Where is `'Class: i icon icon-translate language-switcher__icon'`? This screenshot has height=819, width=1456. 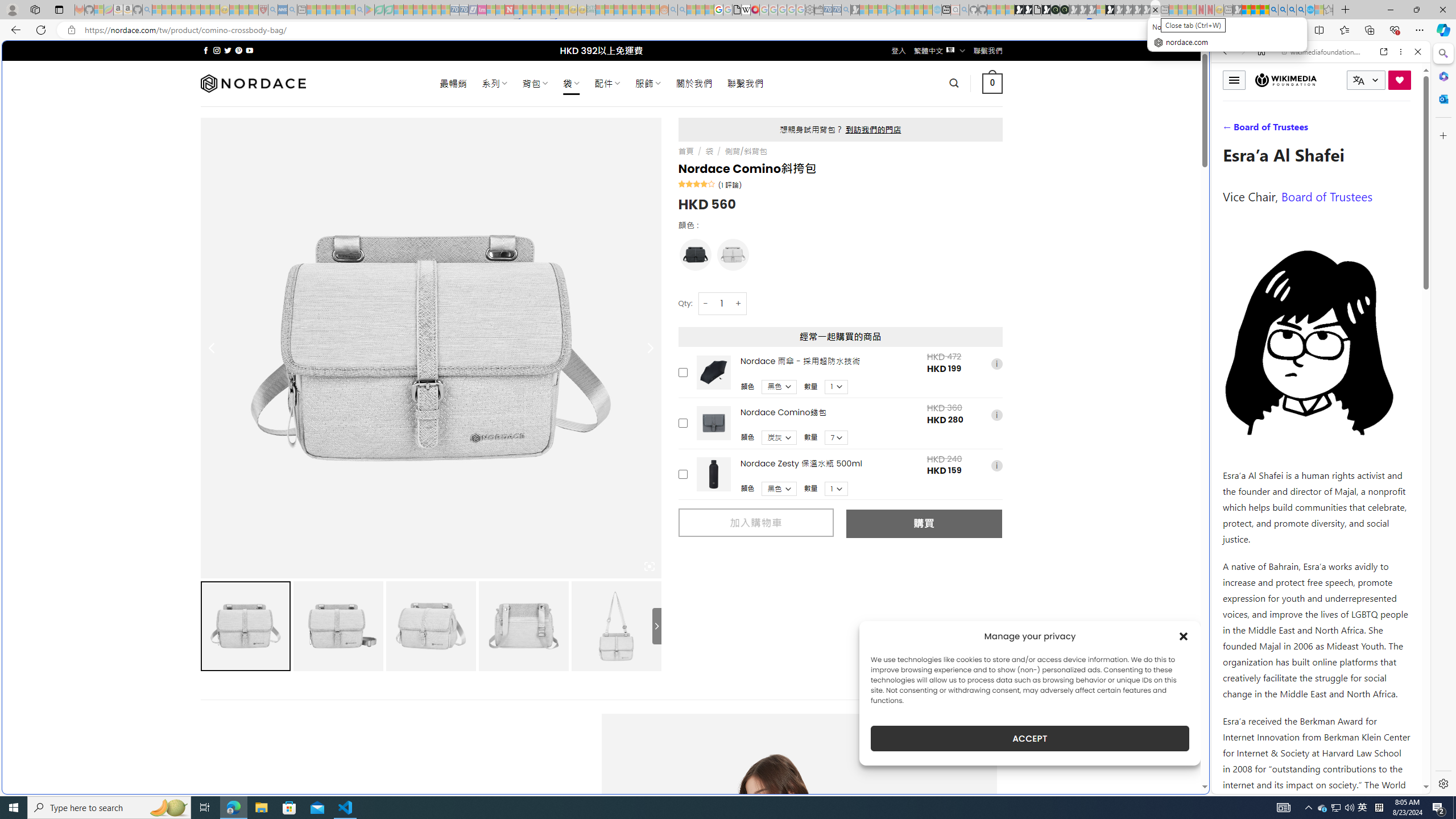
'Class: i icon icon-translate language-switcher__icon' is located at coordinates (1358, 80).